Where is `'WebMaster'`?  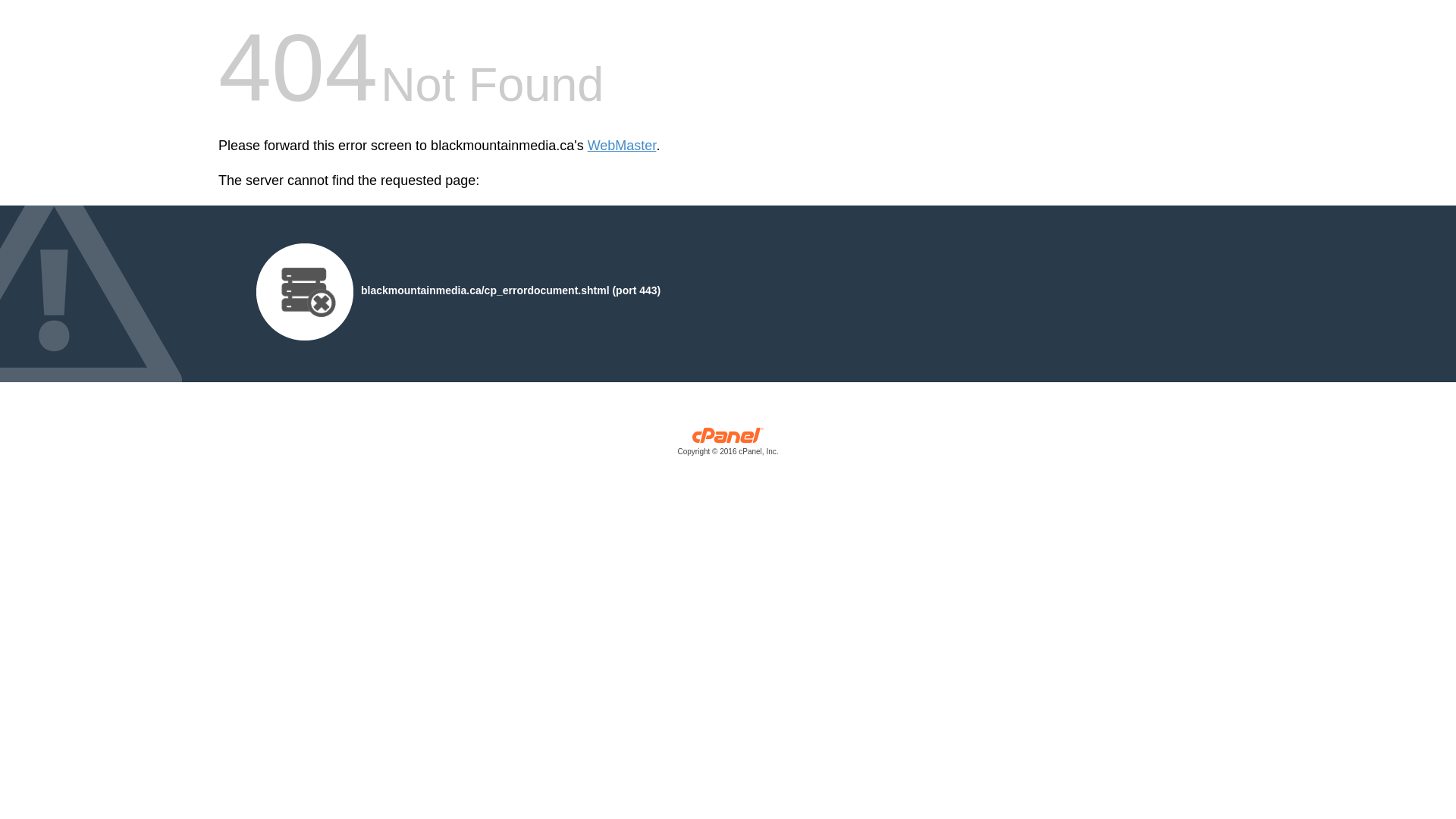
'WebMaster' is located at coordinates (622, 146).